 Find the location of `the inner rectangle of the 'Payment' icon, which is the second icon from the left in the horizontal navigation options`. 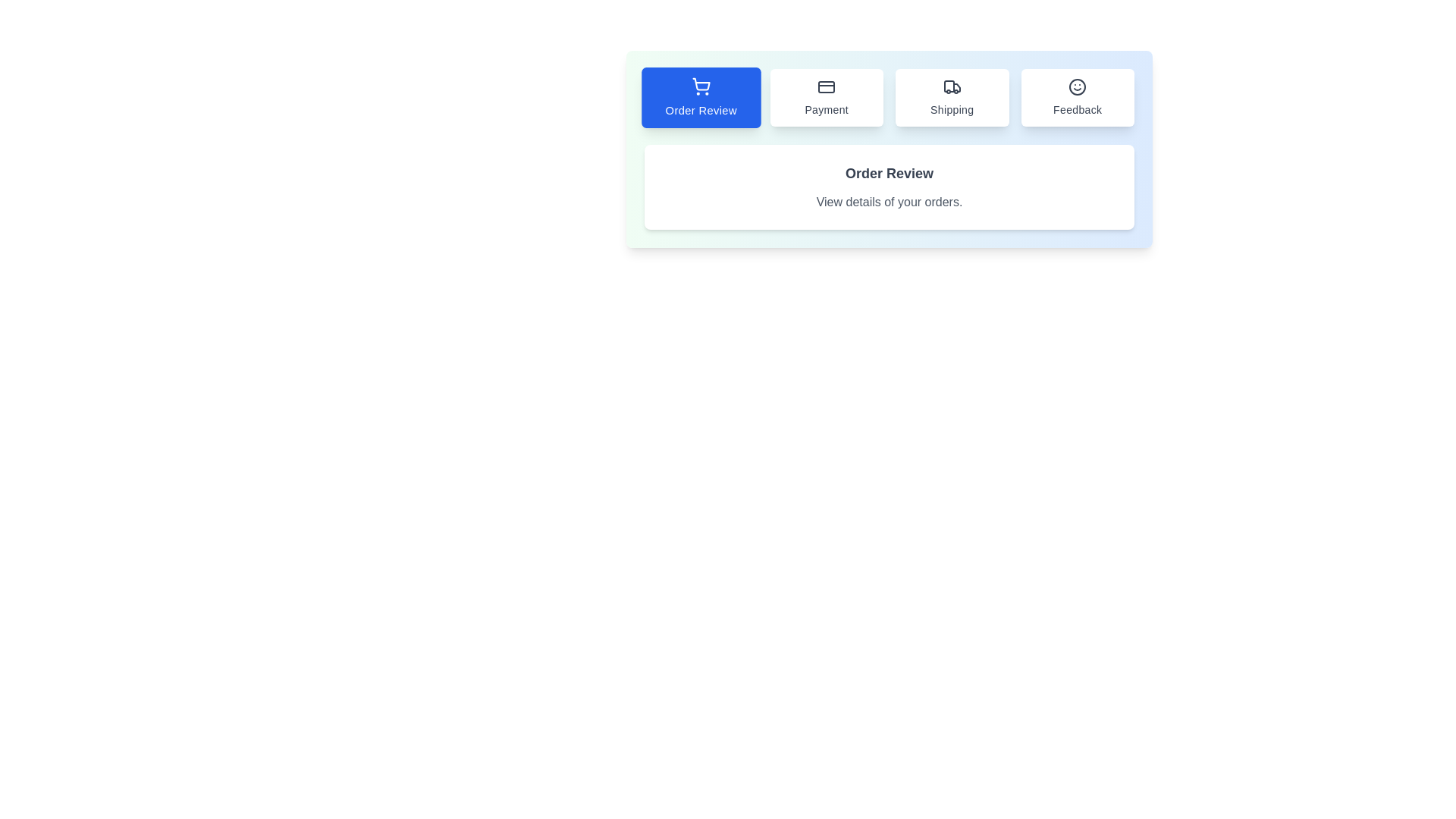

the inner rectangle of the 'Payment' icon, which is the second icon from the left in the horizontal navigation options is located at coordinates (826, 87).